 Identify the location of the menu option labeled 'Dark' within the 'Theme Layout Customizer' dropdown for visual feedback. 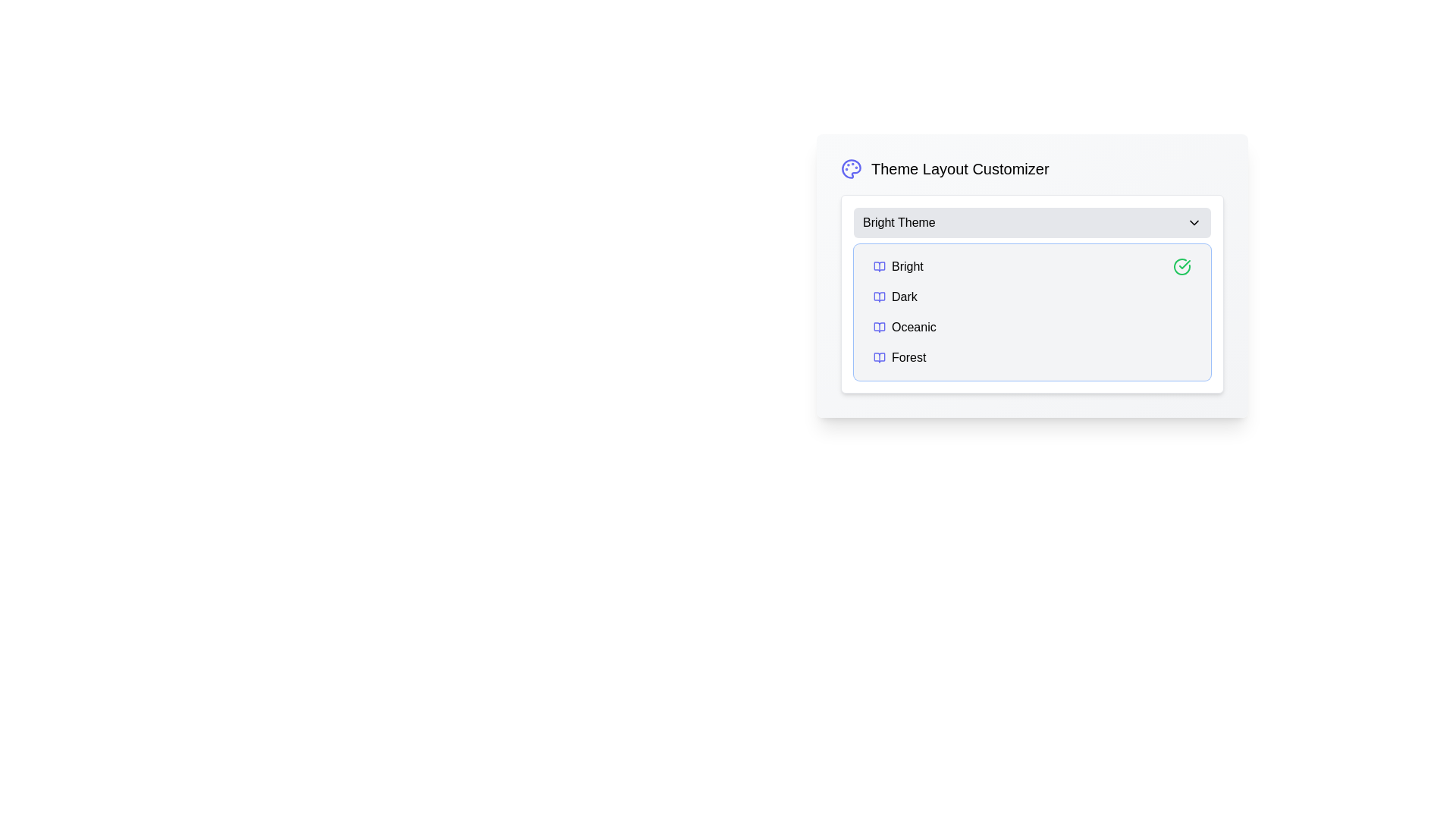
(1031, 297).